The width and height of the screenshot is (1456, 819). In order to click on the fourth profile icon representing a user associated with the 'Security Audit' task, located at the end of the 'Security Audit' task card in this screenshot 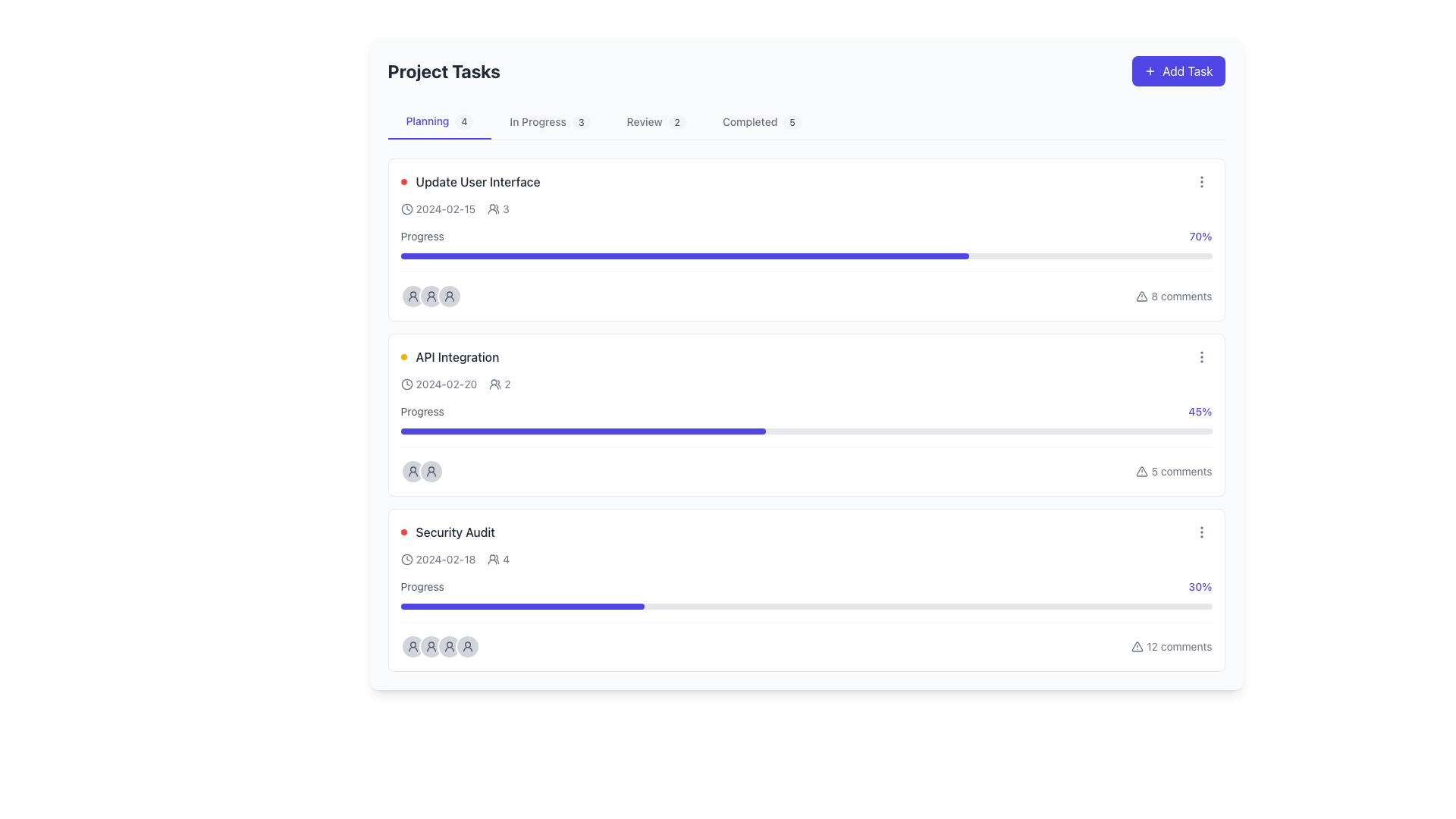, I will do `click(466, 646)`.